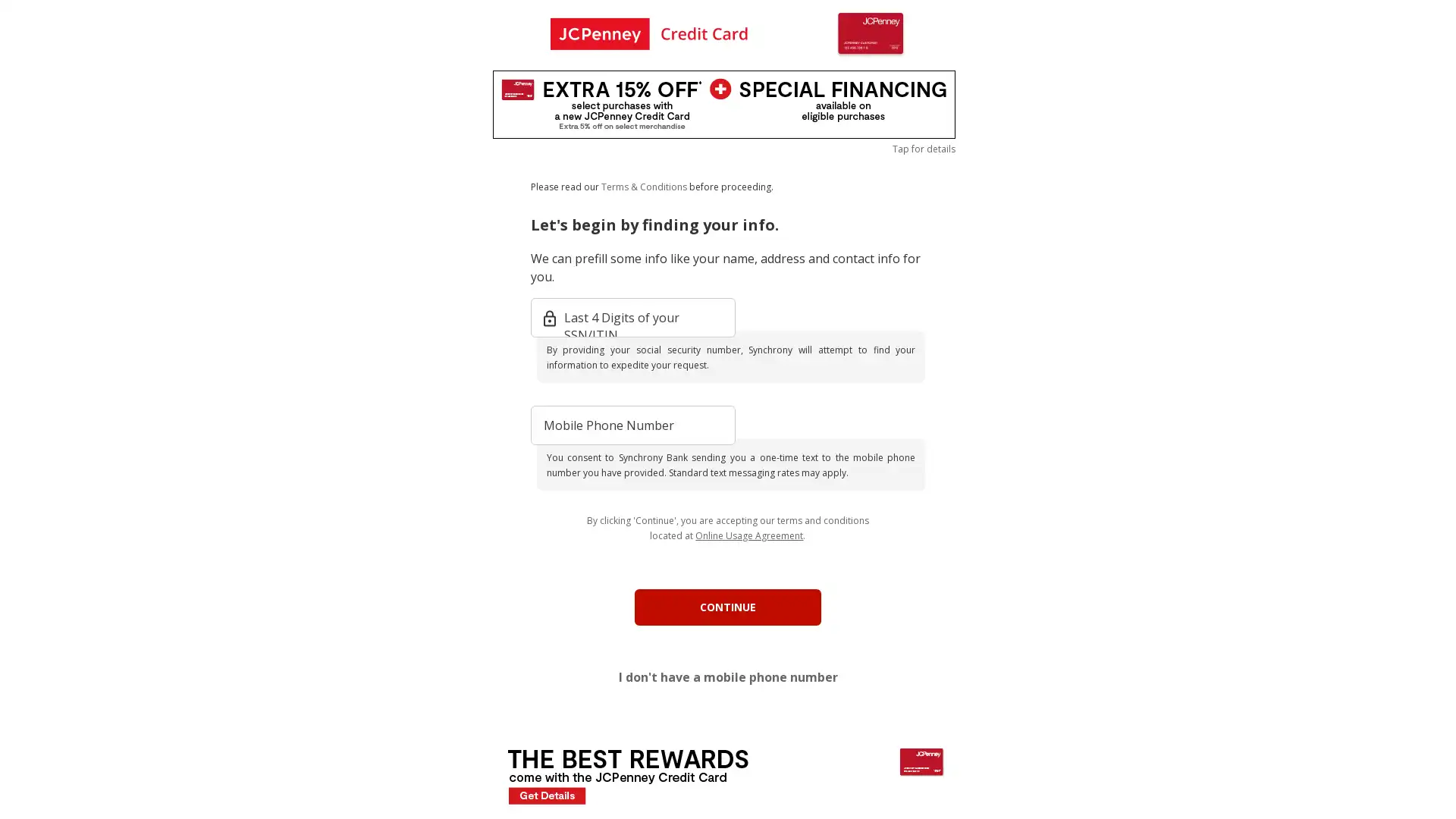 The image size is (1456, 819). What do you see at coordinates (923, 149) in the screenshot?
I see `Tap for details` at bounding box center [923, 149].